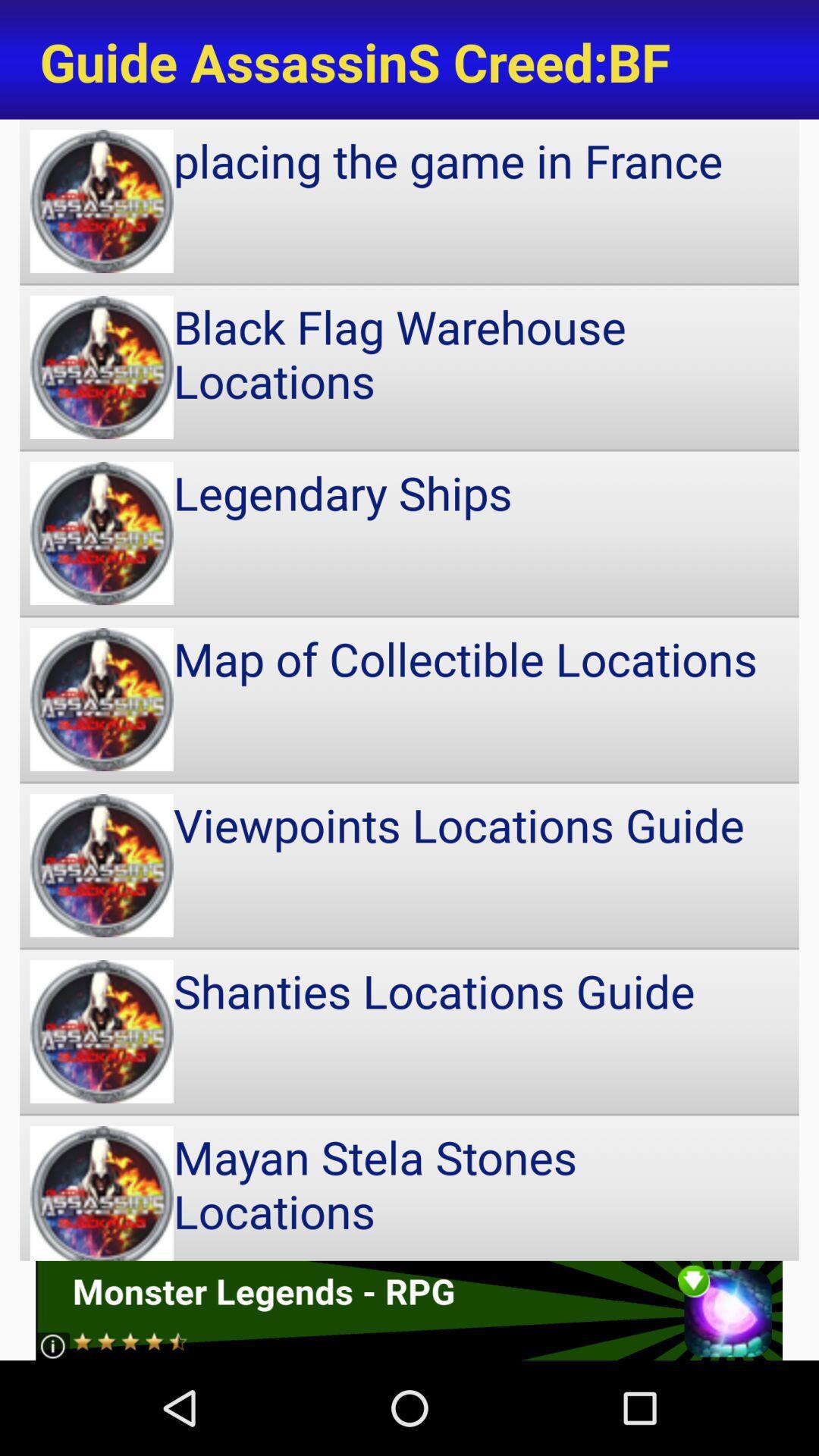  Describe the element at coordinates (409, 200) in the screenshot. I see `icon above the black flag warehouse item` at that location.